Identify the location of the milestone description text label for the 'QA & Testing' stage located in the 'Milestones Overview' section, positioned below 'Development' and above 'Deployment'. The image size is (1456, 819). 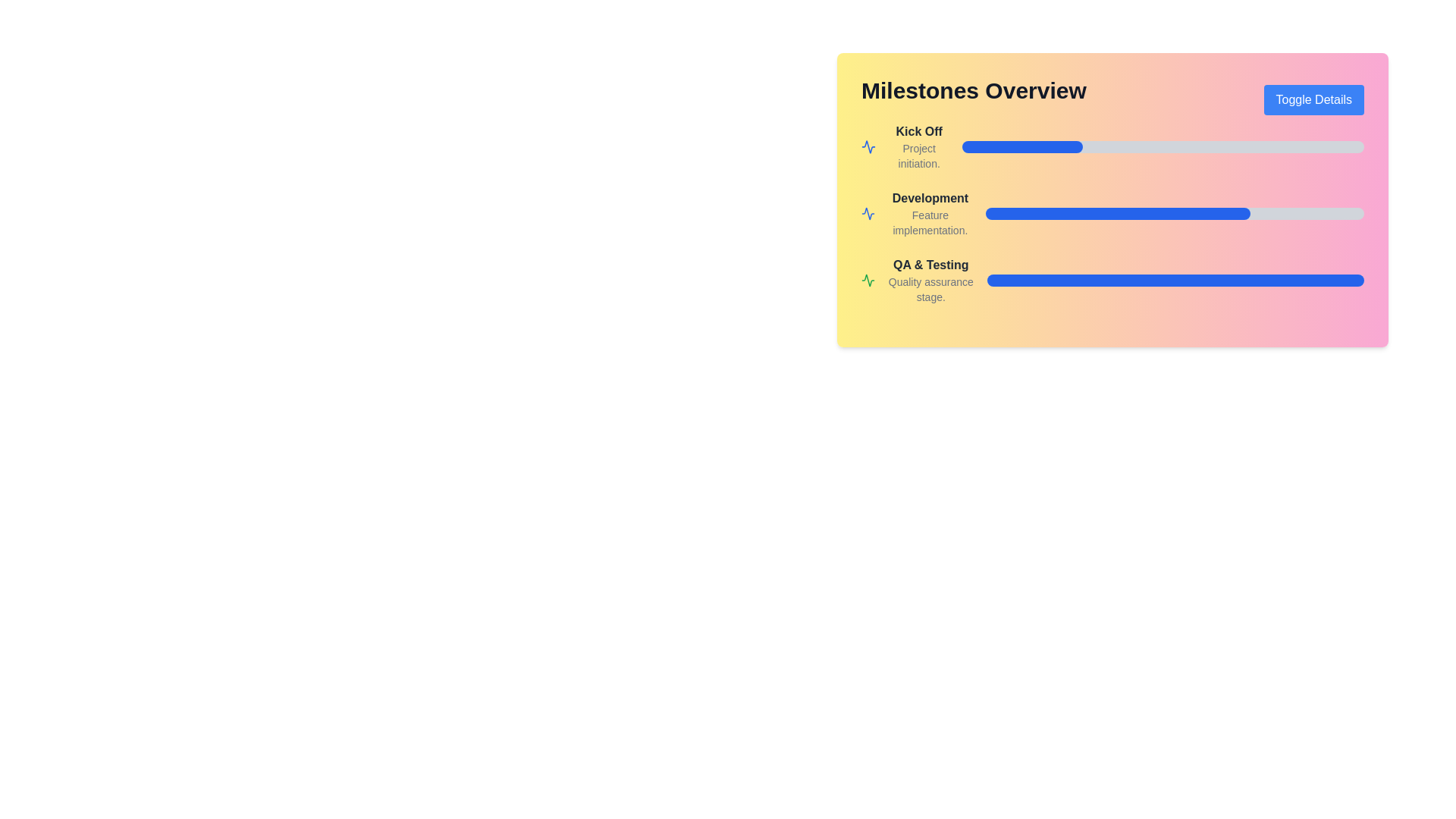
(930, 281).